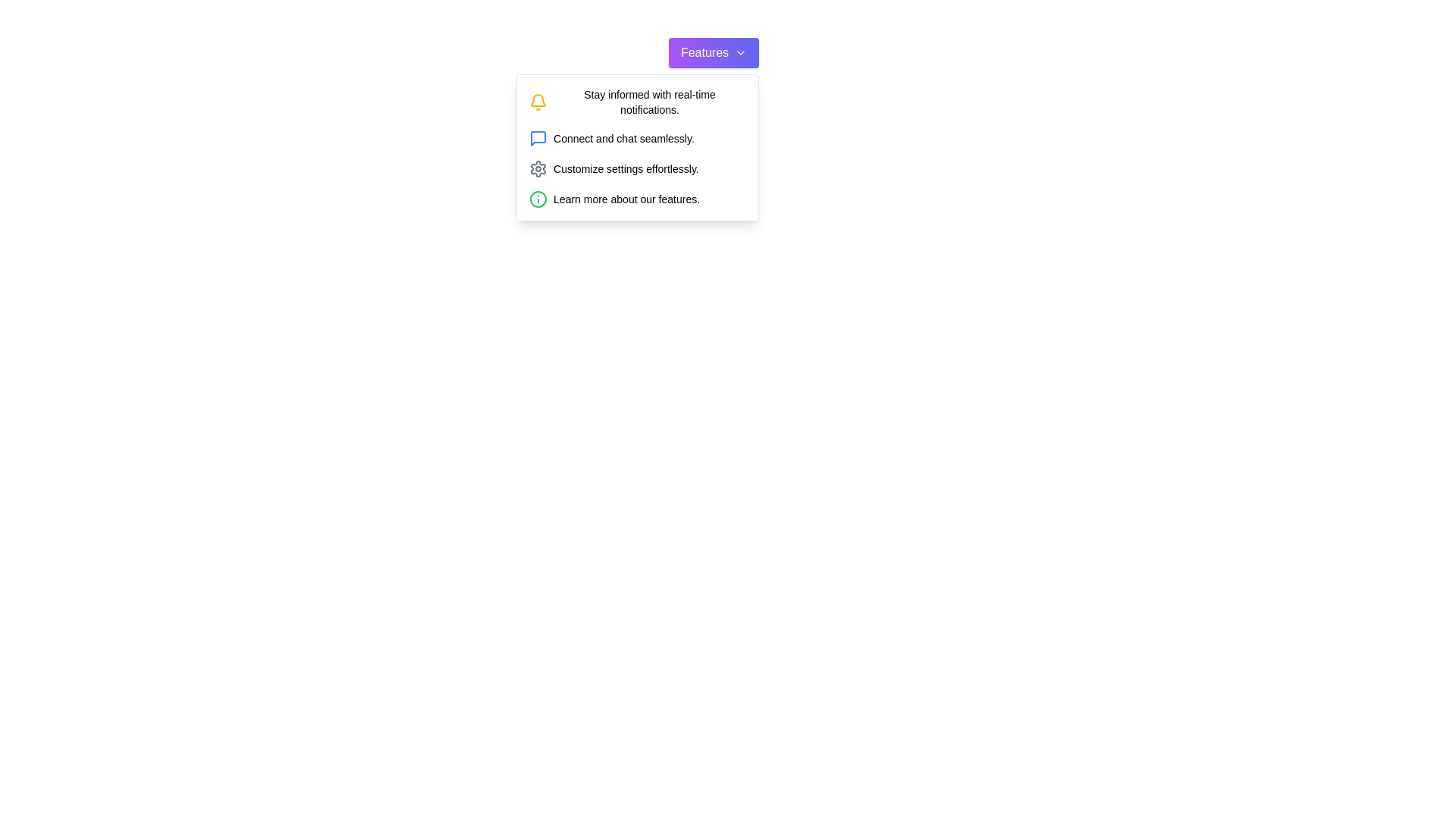 The width and height of the screenshot is (1456, 819). I want to click on the Gear/Settings icon, which is the third icon in a vertical list related to customization and modifying preferences, aligned with the text 'Customize settings effortlessly.', so click(538, 169).